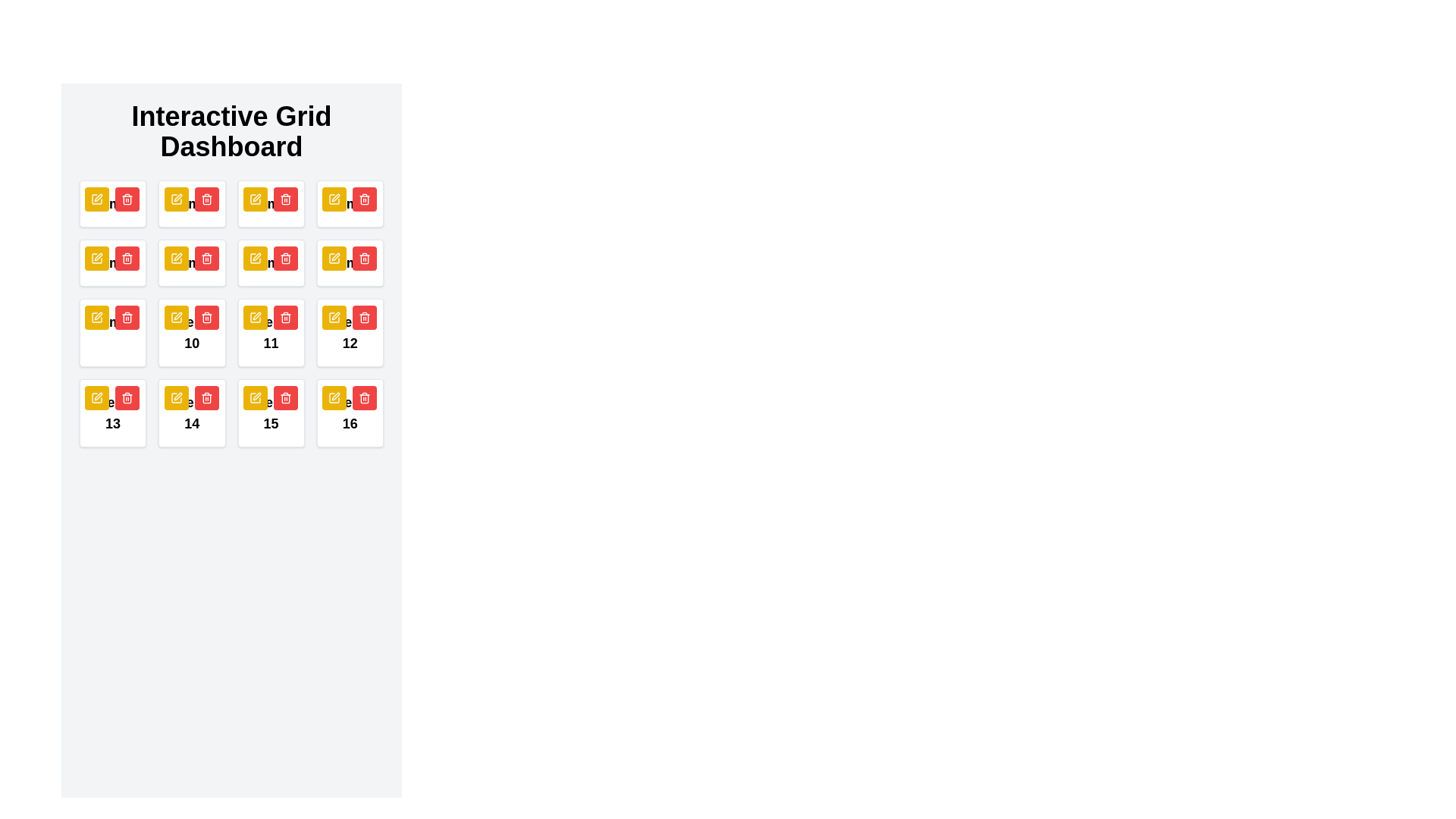  I want to click on the trash icon button located in the first row and third column of the grid dashboard to initiate a delete action, so click(206, 198).